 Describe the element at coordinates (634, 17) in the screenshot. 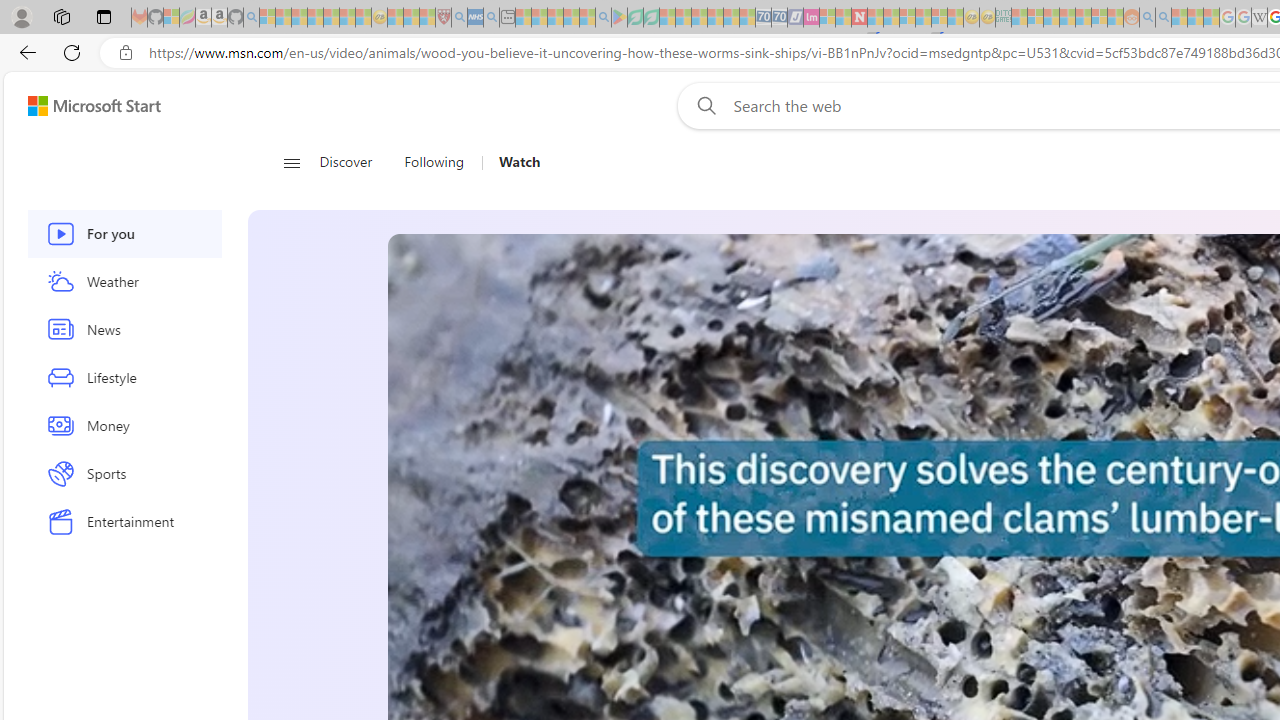

I see `'Terms of Use Agreement - Sleeping'` at that location.